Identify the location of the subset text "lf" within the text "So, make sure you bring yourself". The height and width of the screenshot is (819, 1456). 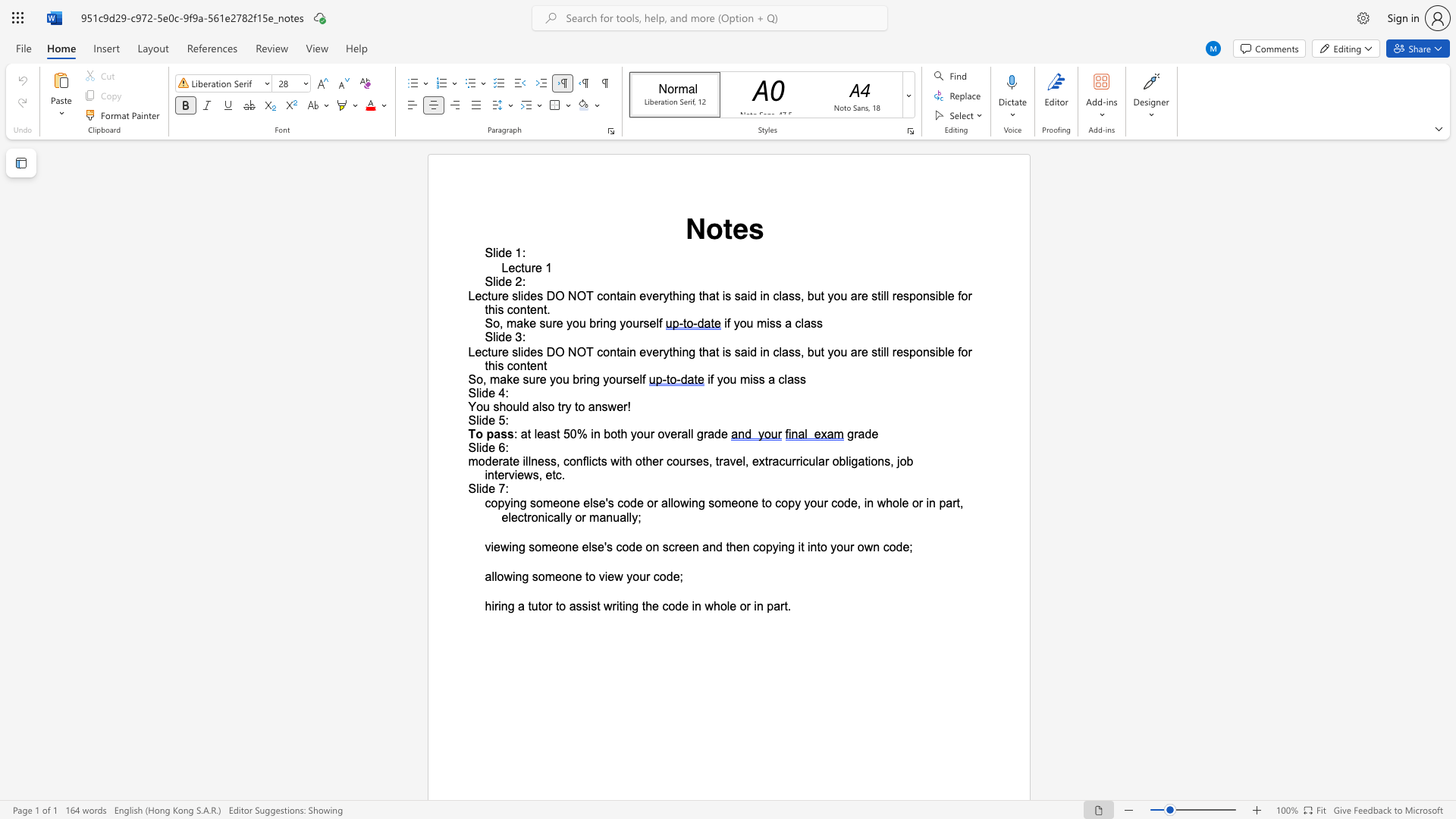
(639, 378).